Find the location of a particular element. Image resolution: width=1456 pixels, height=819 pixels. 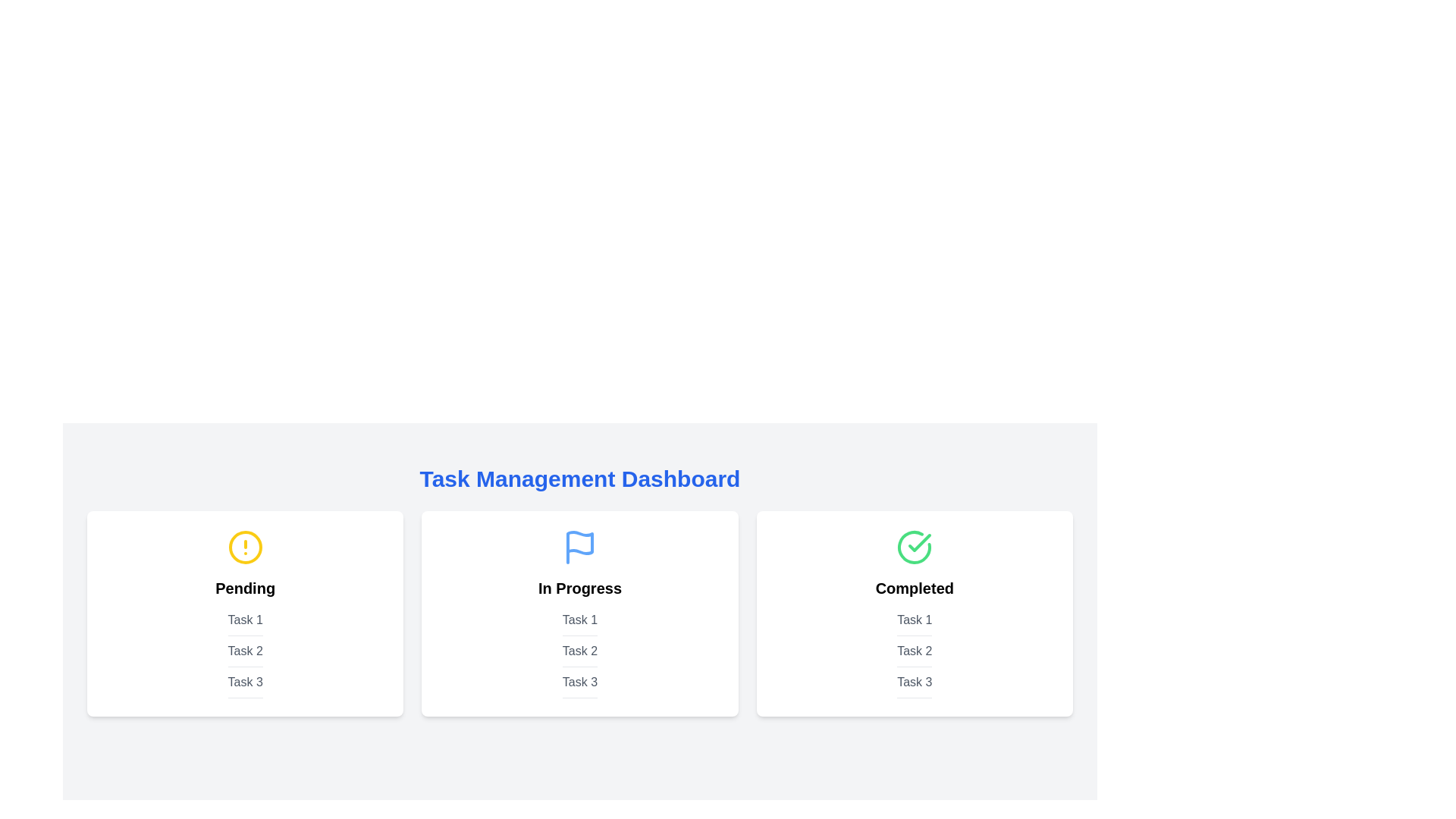

the circular yellow warning icon with an exclamation mark located above the text 'Pending' in the first card of the dashboard interface to acknowledge the status is located at coordinates (245, 547).